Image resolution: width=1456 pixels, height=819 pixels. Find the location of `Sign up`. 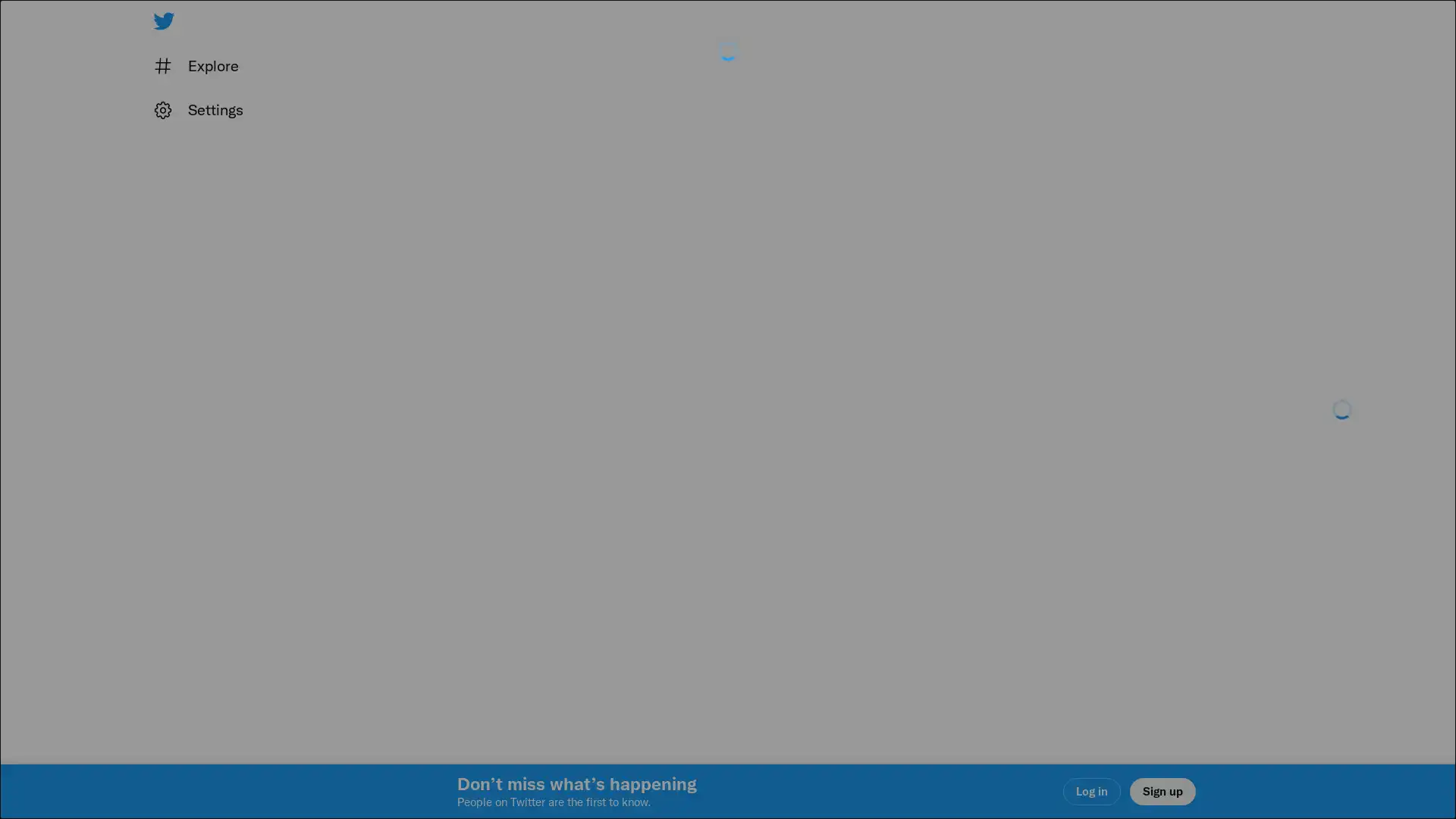

Sign up is located at coordinates (548, 516).